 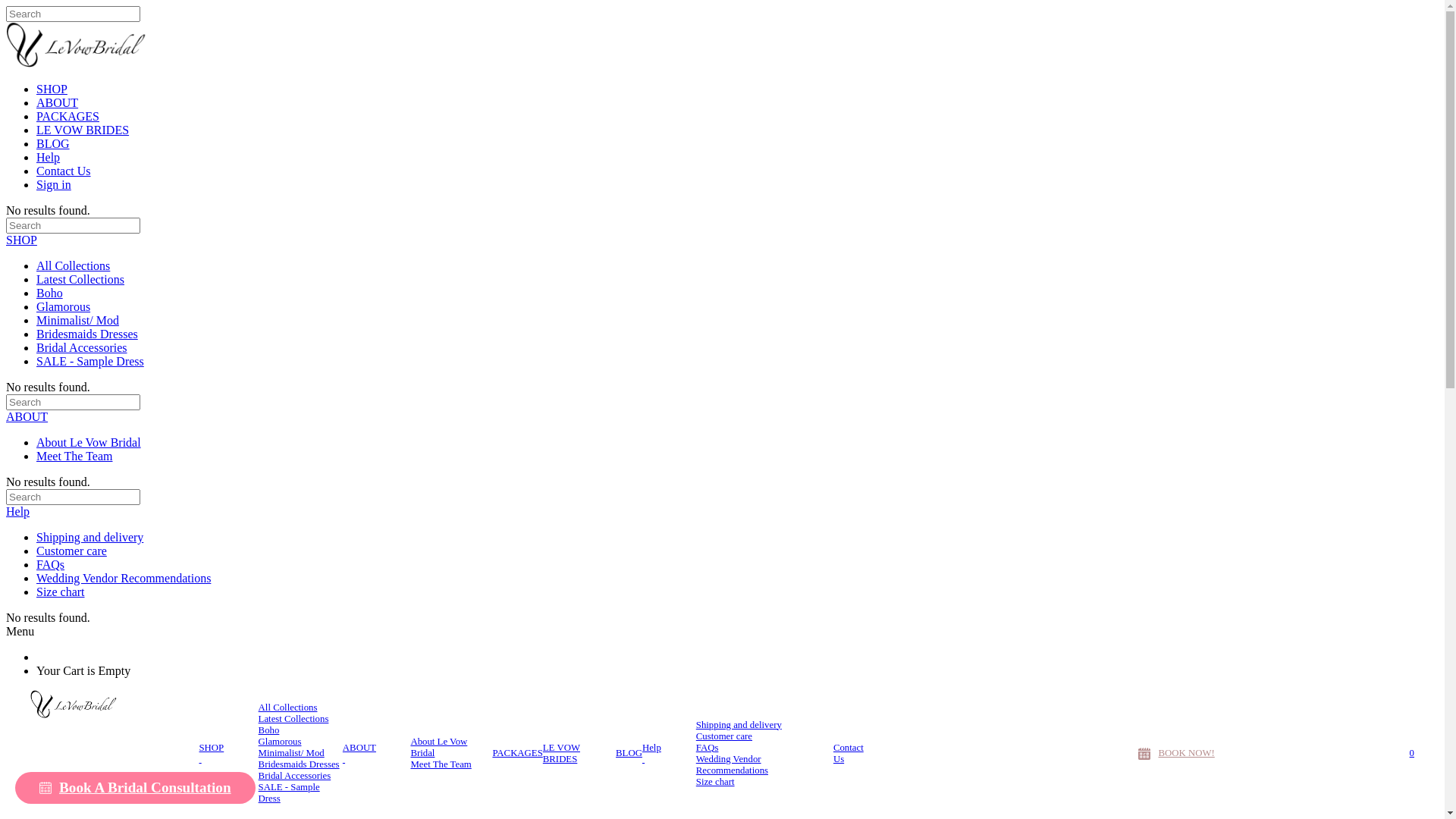 I want to click on 'BLOG', so click(x=53, y=143).